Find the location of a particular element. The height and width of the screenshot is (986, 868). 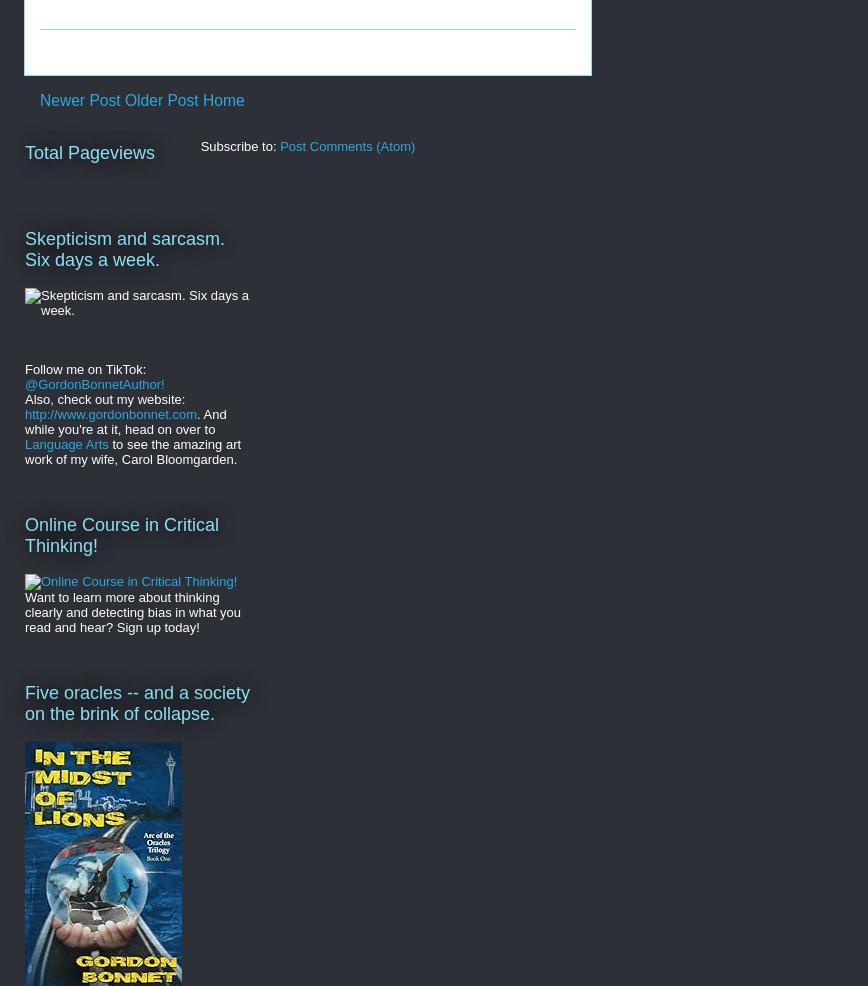

'Newer Post' is located at coordinates (40, 100).